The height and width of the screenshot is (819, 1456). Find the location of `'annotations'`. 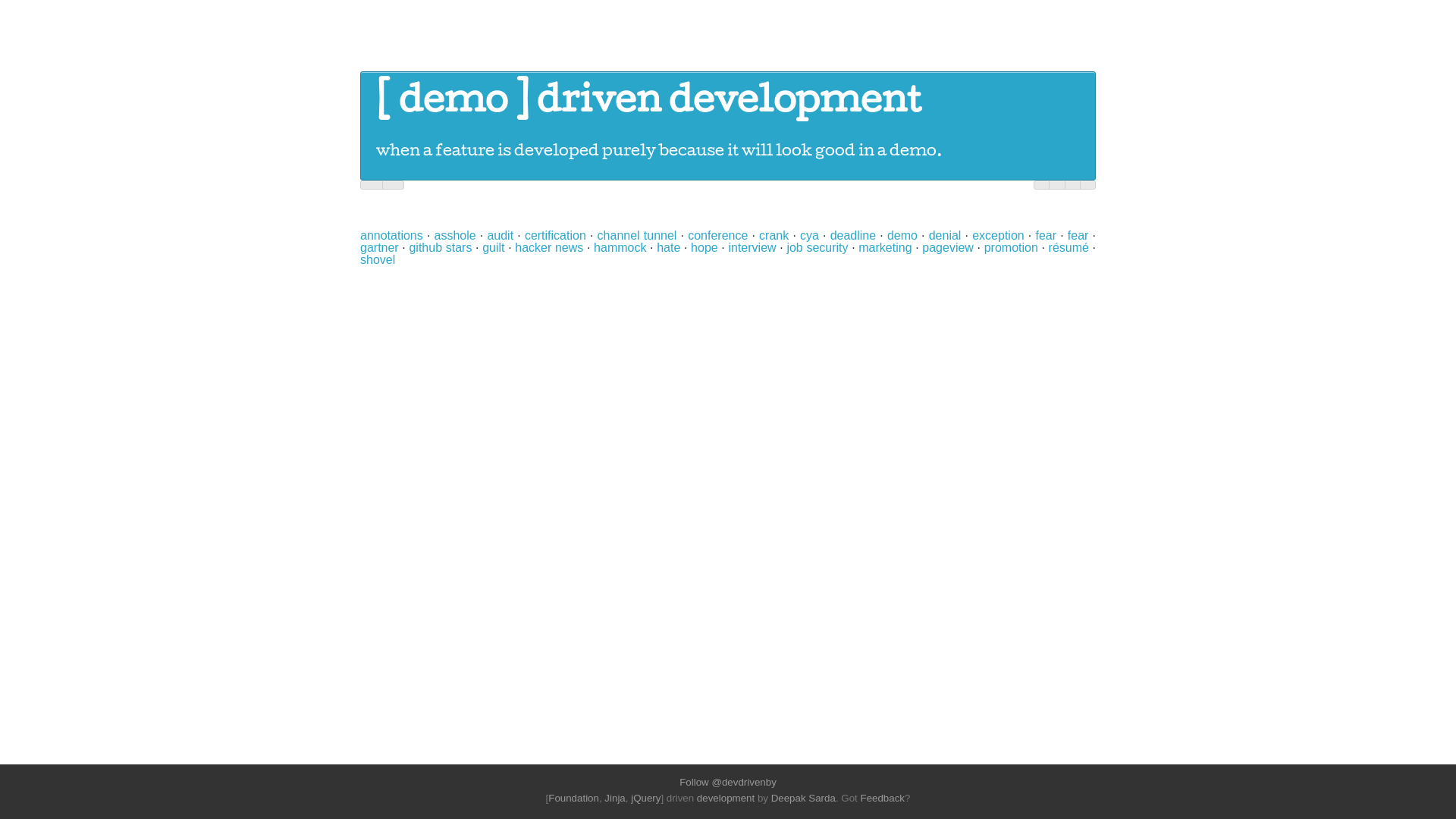

'annotations' is located at coordinates (359, 235).